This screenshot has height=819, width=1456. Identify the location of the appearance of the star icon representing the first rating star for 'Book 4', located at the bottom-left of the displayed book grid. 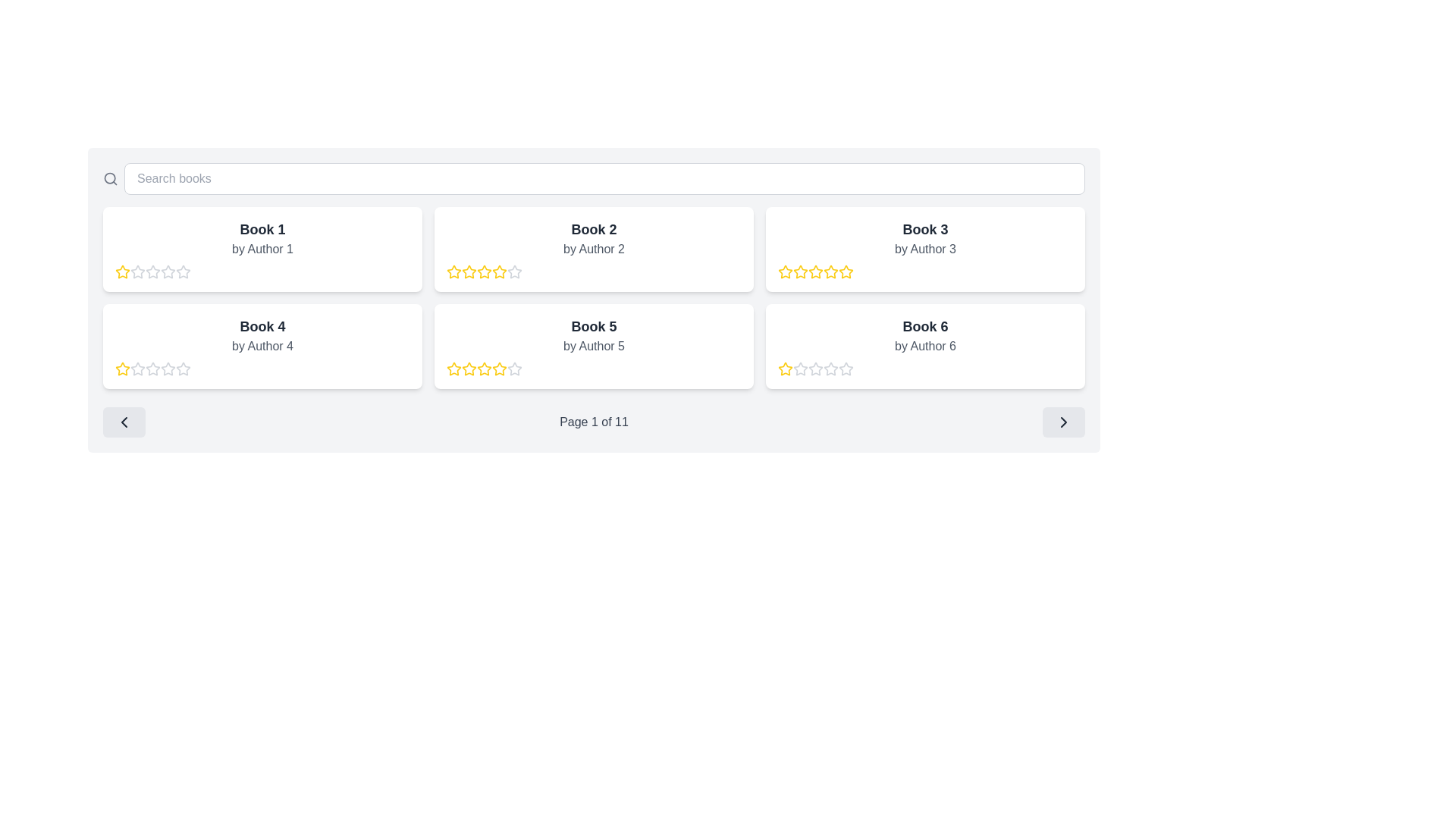
(123, 369).